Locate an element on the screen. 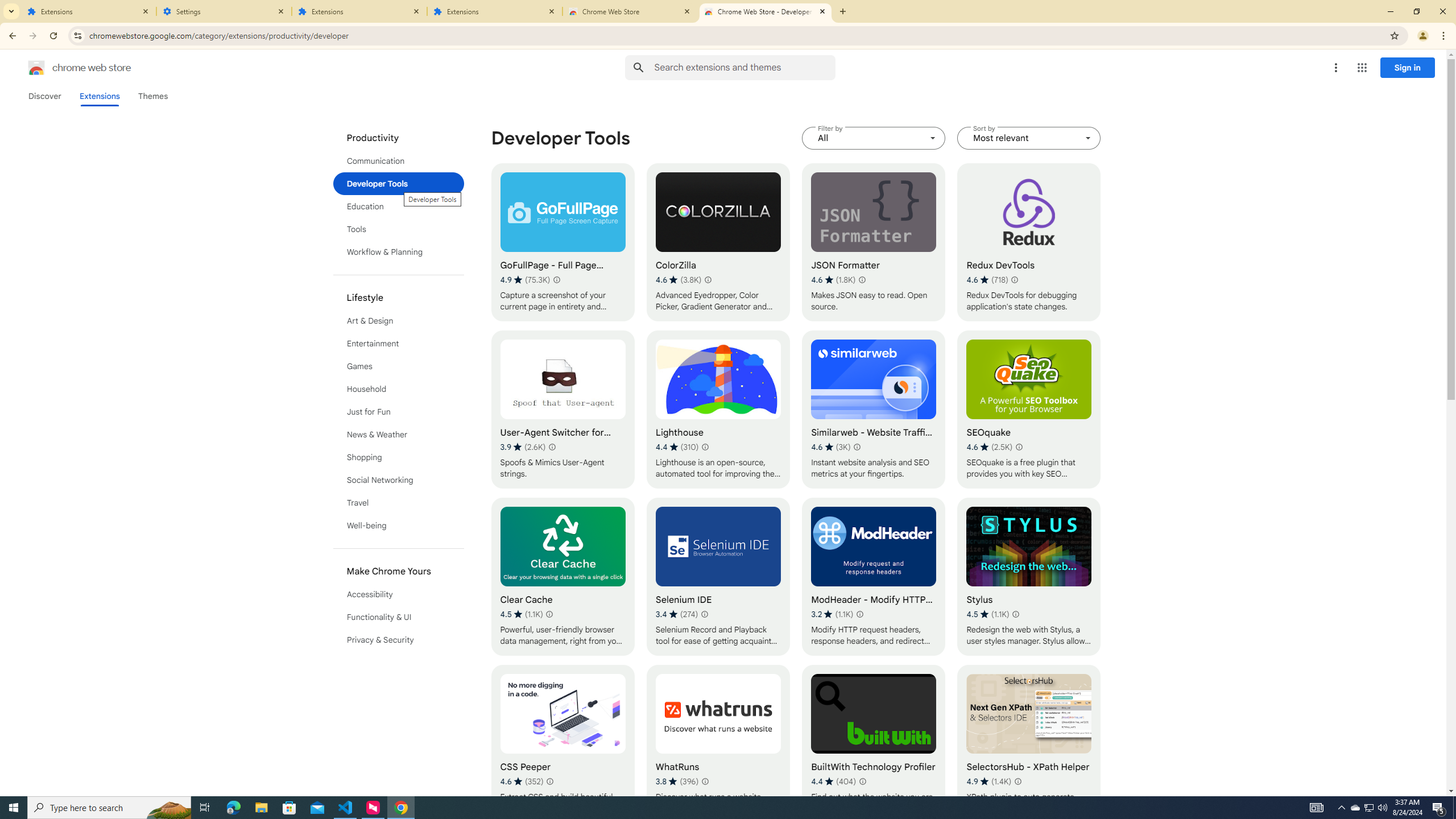 Image resolution: width=1456 pixels, height=819 pixels. 'Just for Fun' is located at coordinates (399, 411).